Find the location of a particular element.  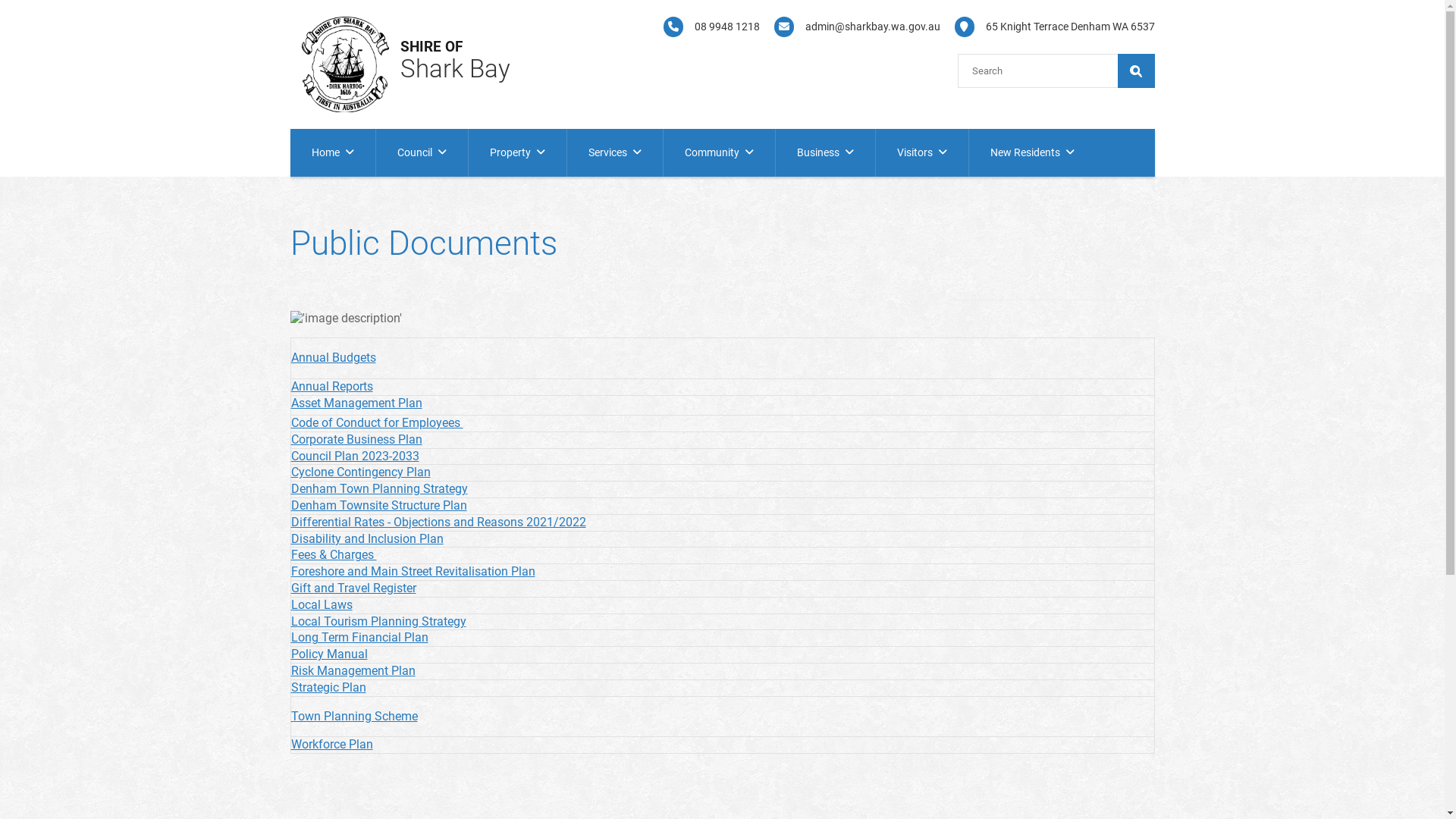

'Town Planning Scheme' is located at coordinates (353, 716).